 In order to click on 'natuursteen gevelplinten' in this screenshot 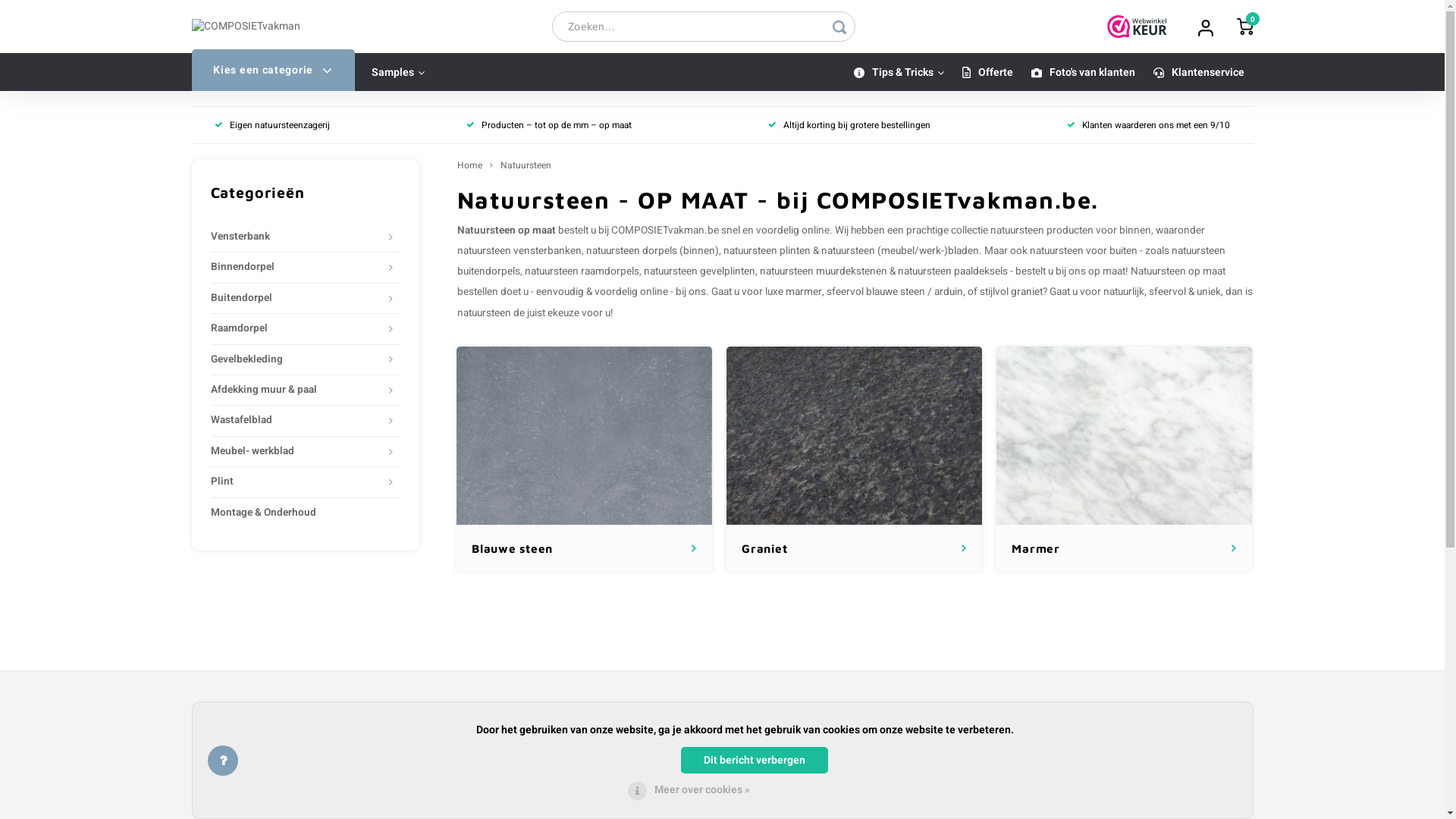, I will do `click(698, 271)`.